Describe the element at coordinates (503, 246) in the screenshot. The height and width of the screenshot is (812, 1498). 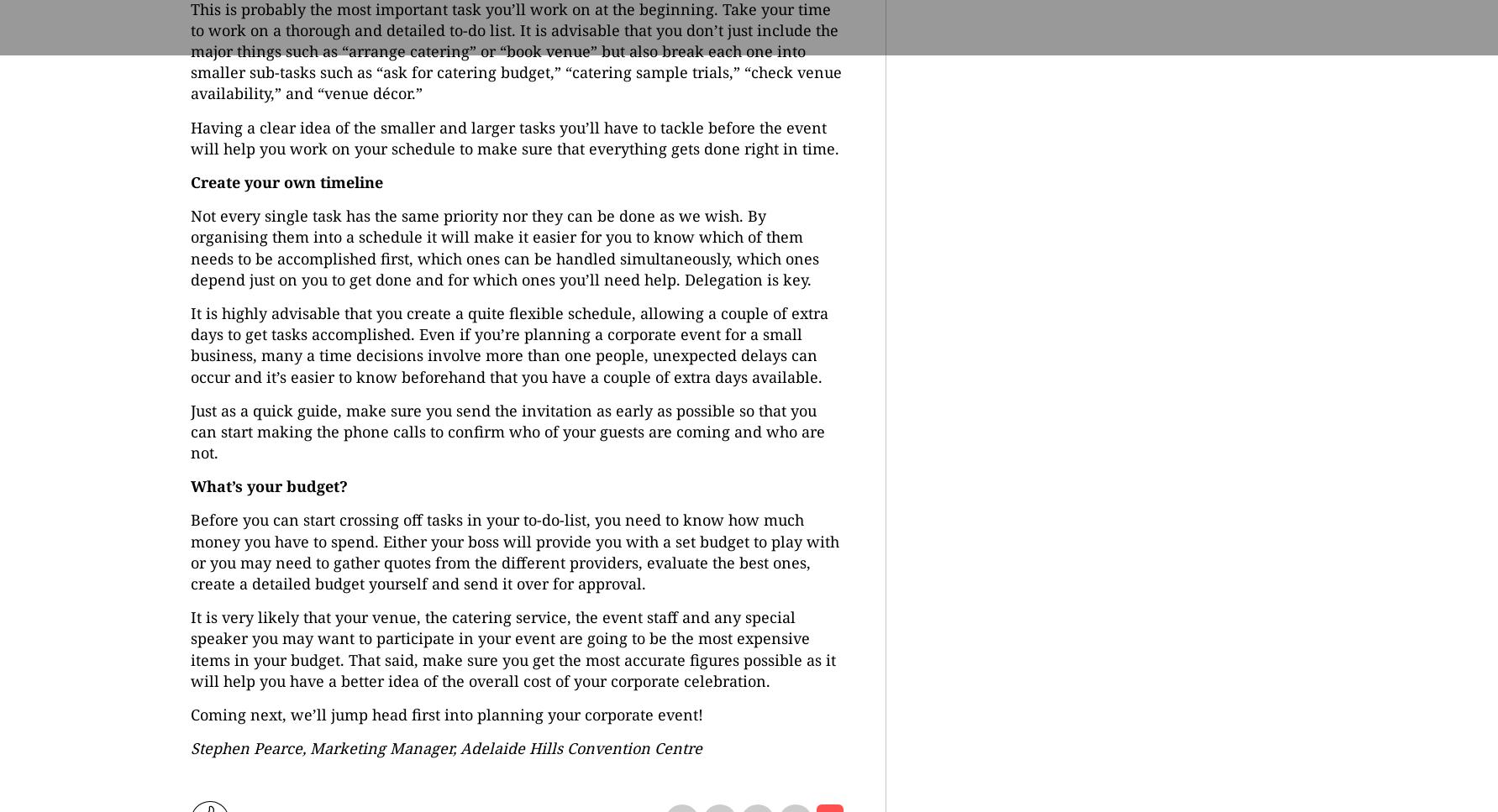
I see `'Not every single task has the same priority nor they can be done as we wish. By organising them into a schedule it will make it easier for you to know which of them needs to be accomplished first, which ones can be handled simultaneously, which ones depend just on you to get done and for which ones you’ll need help. Delegation is key.'` at that location.